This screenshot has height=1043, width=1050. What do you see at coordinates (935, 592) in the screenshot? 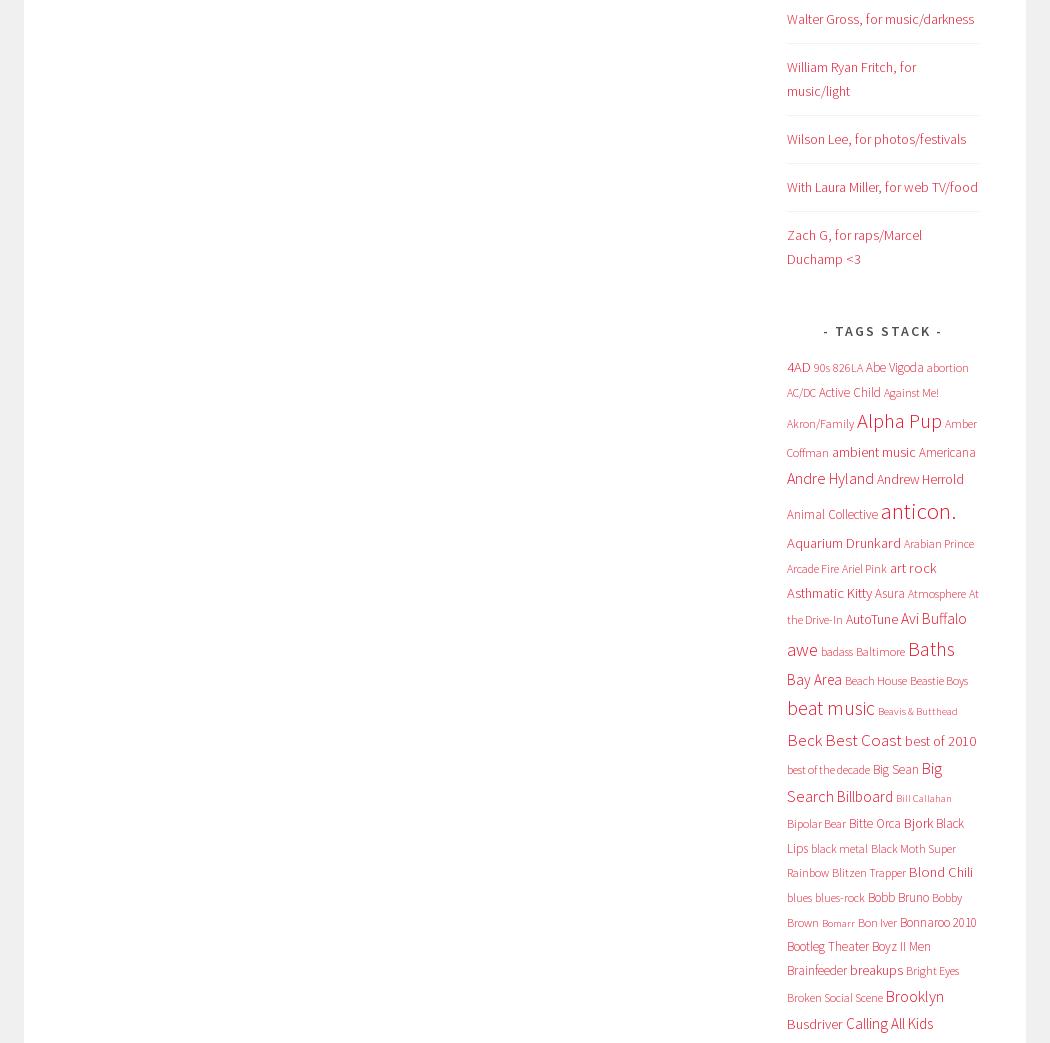
I see `'Atmosphere'` at bounding box center [935, 592].